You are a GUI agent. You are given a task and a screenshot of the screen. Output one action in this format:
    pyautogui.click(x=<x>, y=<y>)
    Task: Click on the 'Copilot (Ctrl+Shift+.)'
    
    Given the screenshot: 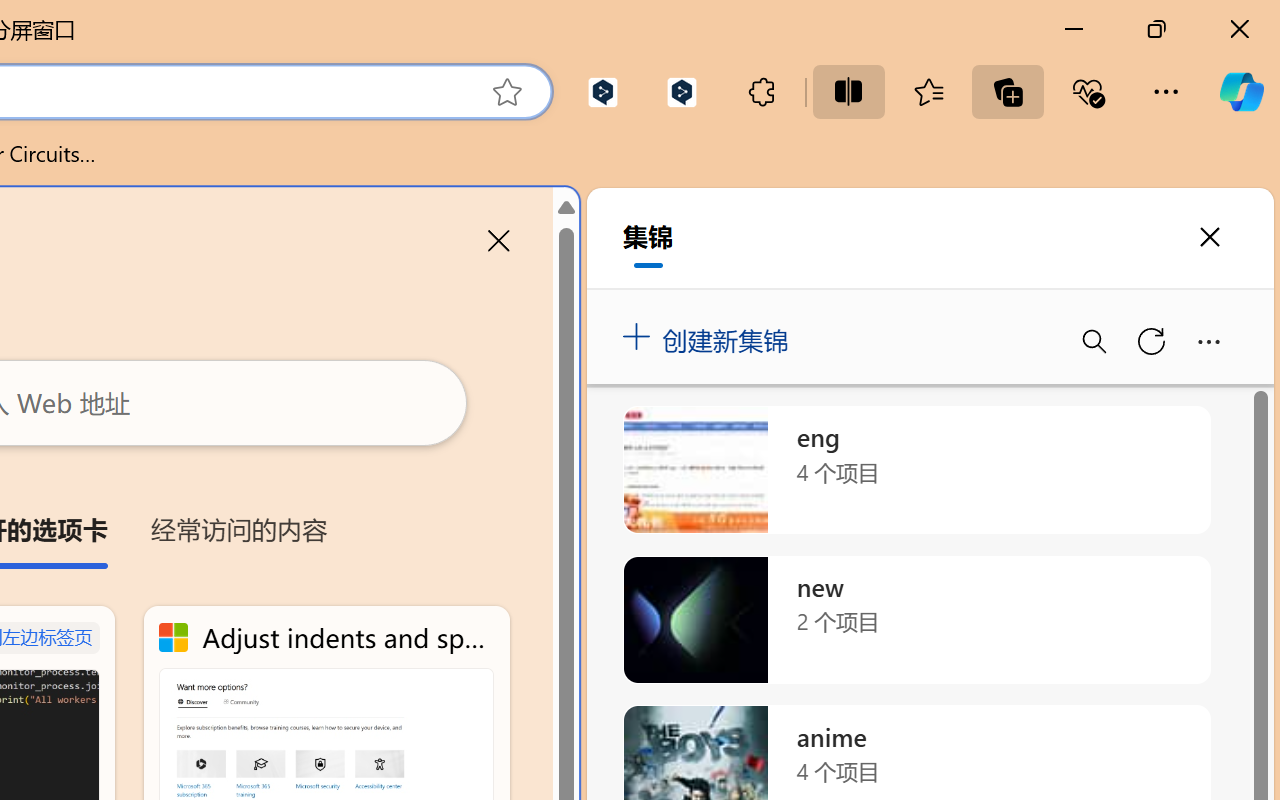 What is the action you would take?
    pyautogui.click(x=1240, y=91)
    